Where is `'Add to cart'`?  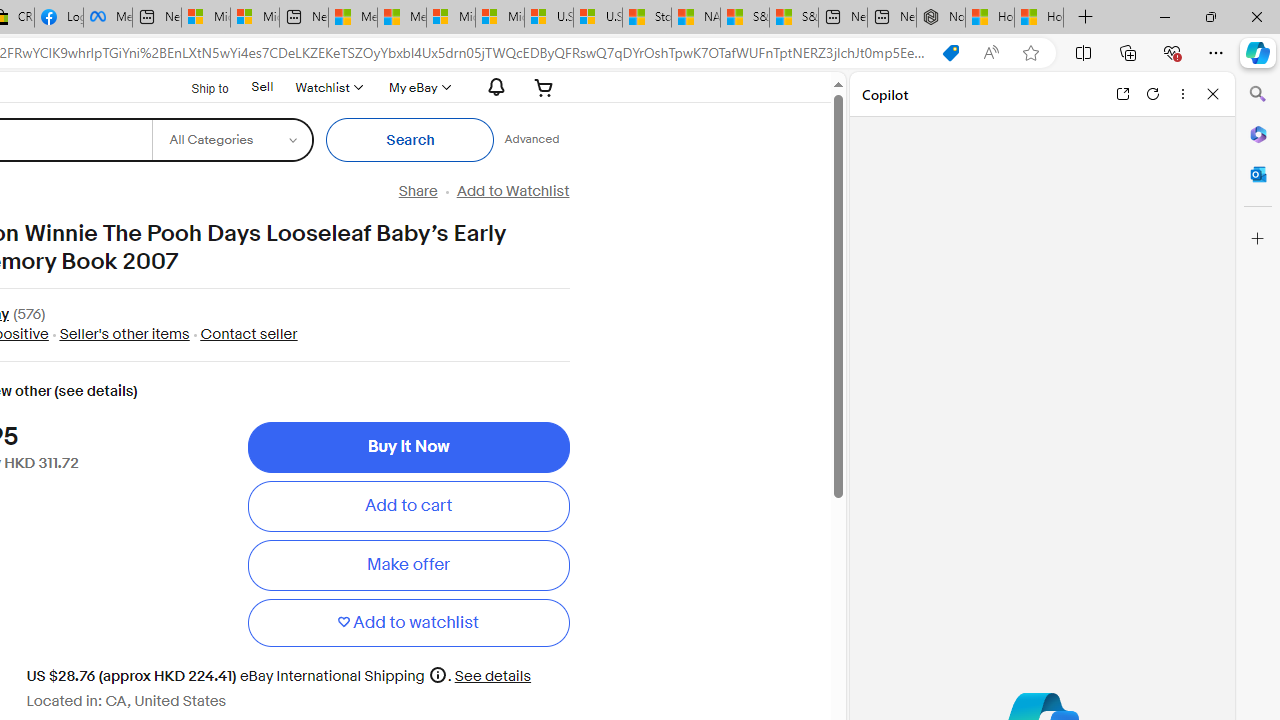 'Add to cart' is located at coordinates (407, 505).